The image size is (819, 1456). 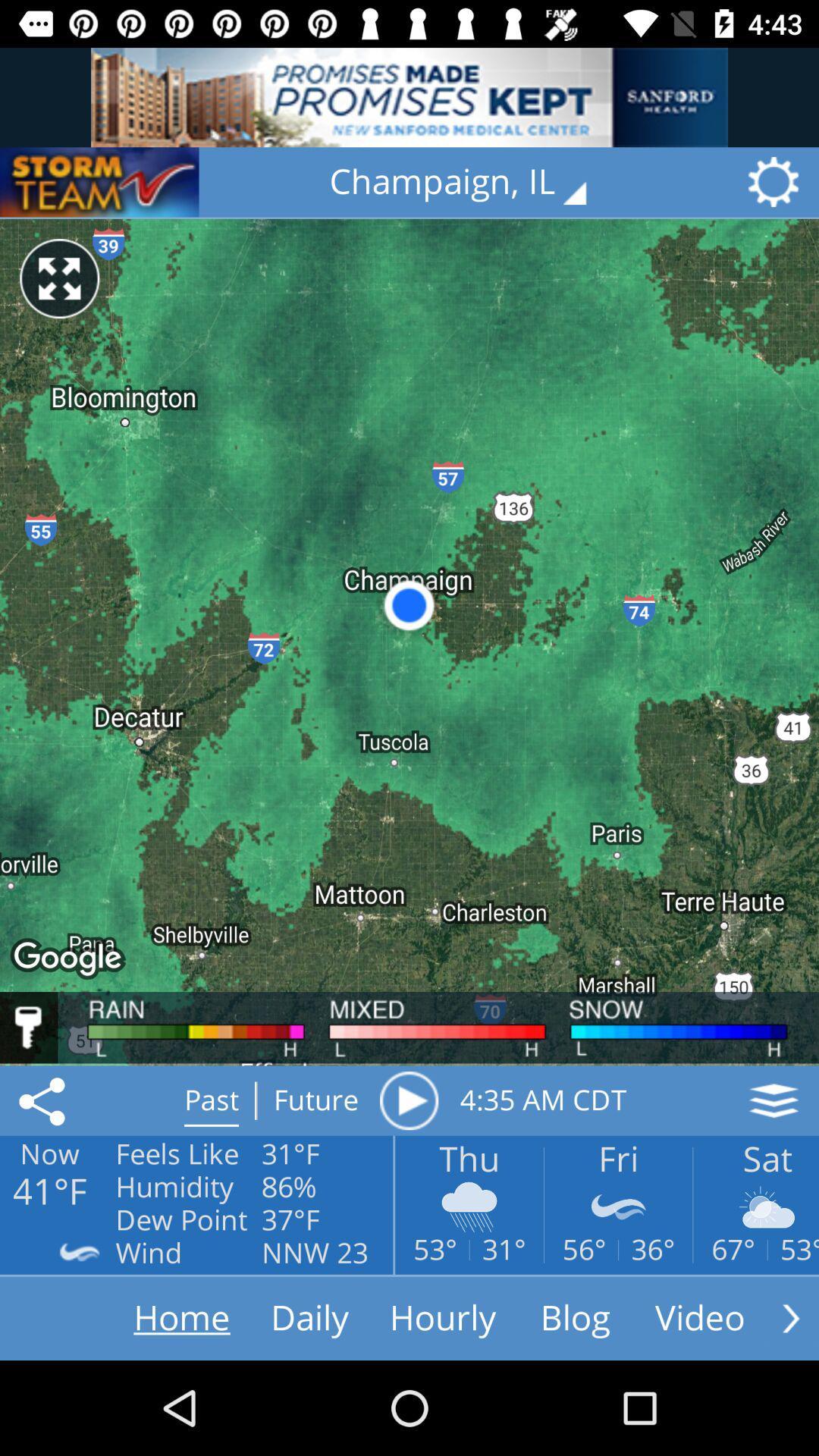 What do you see at coordinates (152, 1317) in the screenshot?
I see `the text left to daily` at bounding box center [152, 1317].